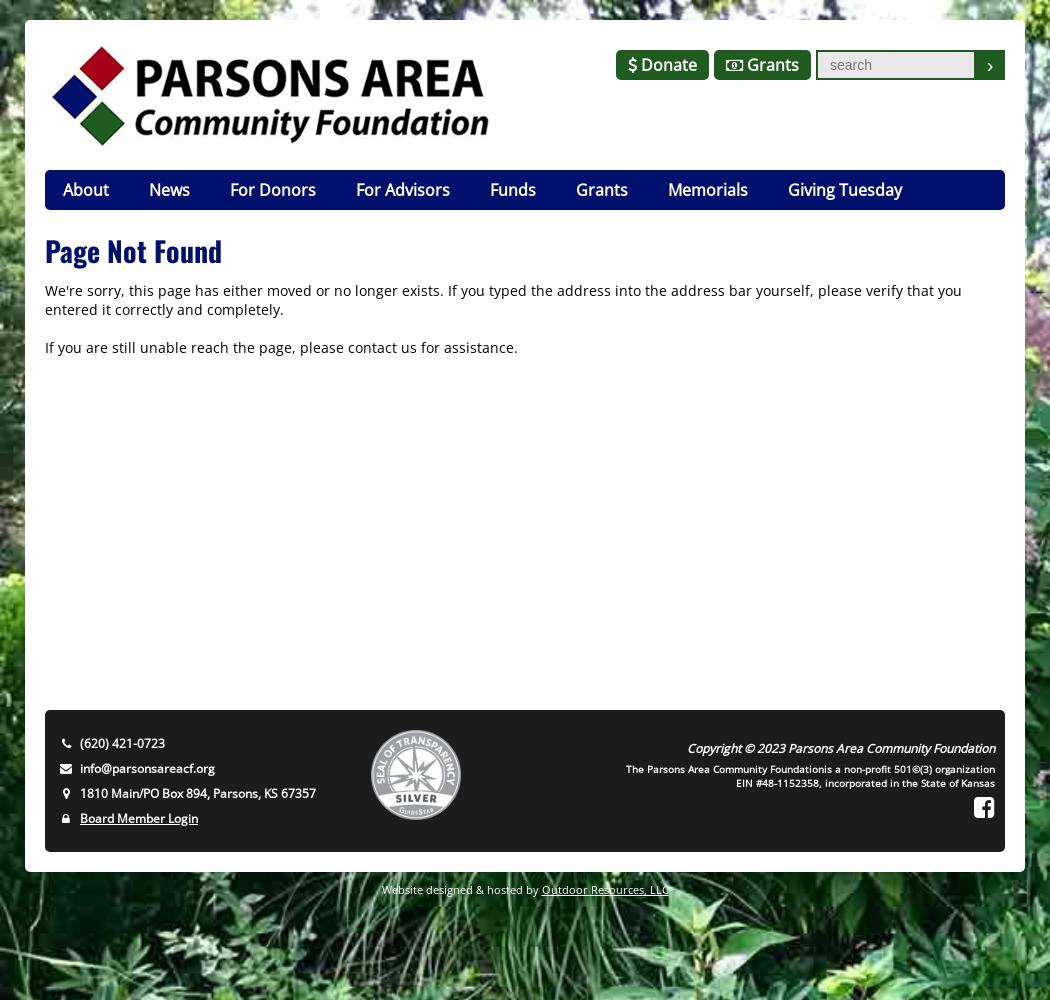 This screenshot has width=1050, height=1000. What do you see at coordinates (665, 64) in the screenshot?
I see `'Donate'` at bounding box center [665, 64].